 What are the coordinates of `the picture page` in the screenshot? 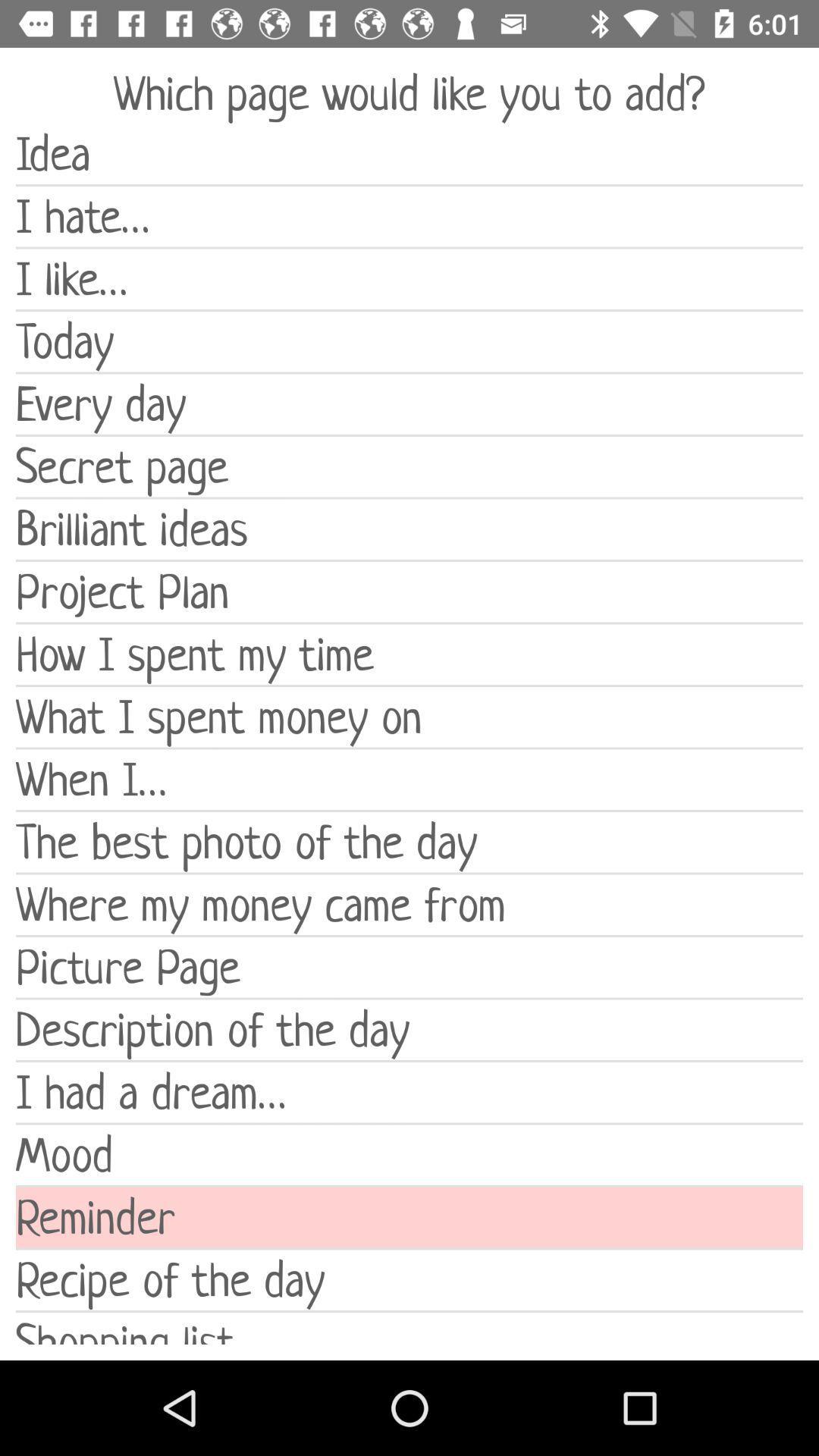 It's located at (409, 966).